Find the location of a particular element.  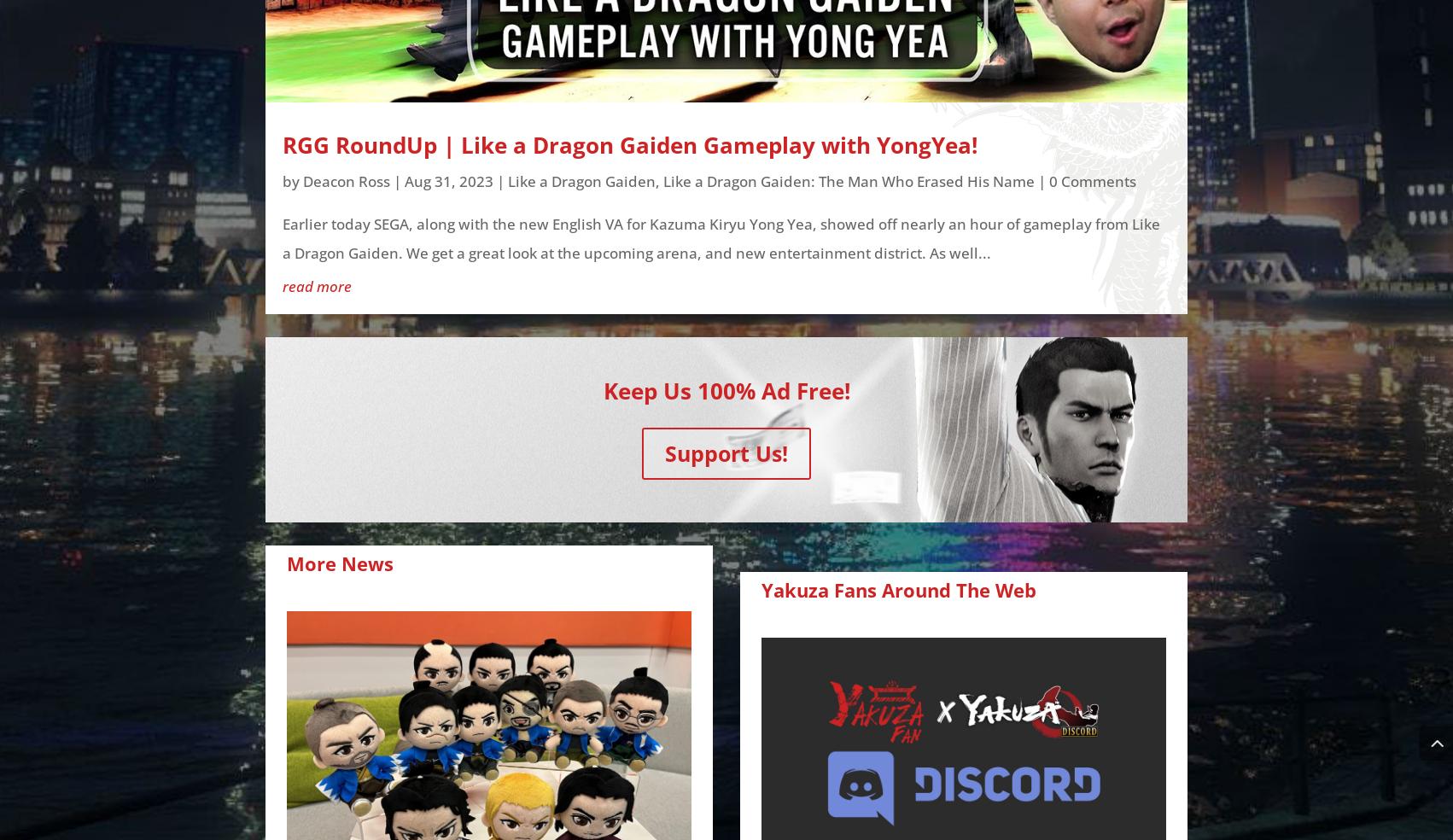

'Like a Dragon Gaiden' is located at coordinates (581, 180).